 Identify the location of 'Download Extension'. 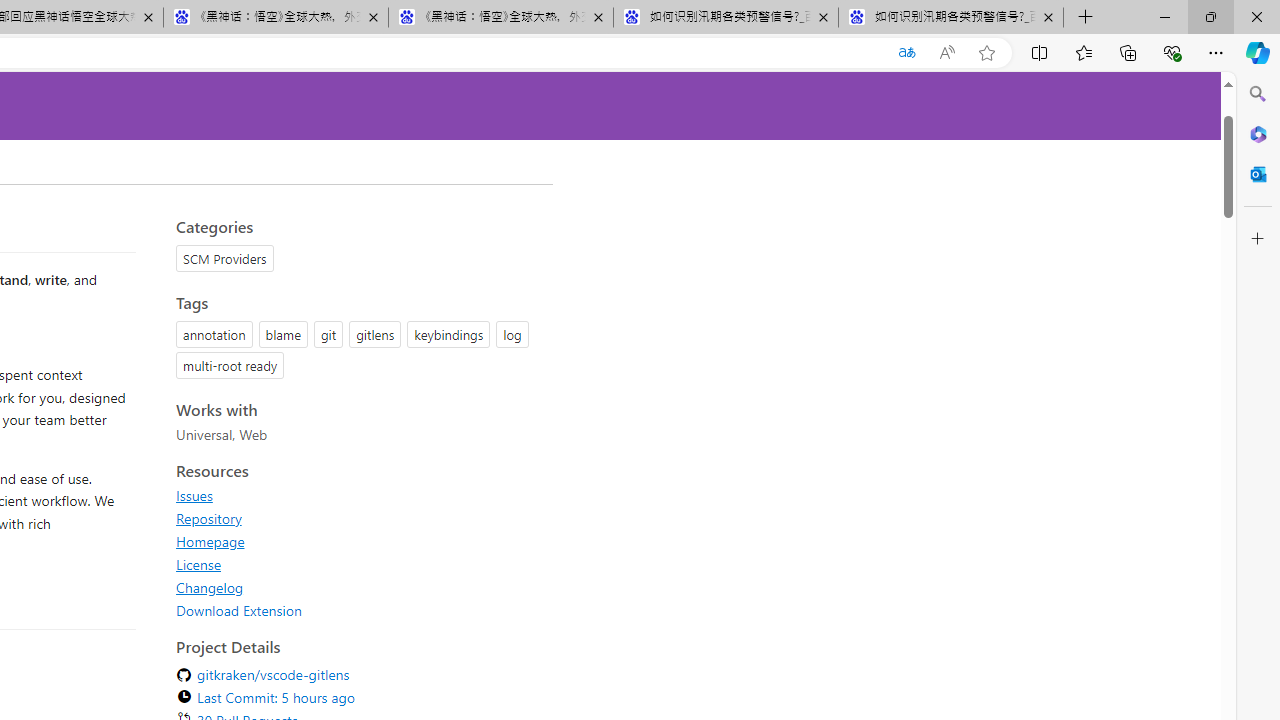
(239, 609).